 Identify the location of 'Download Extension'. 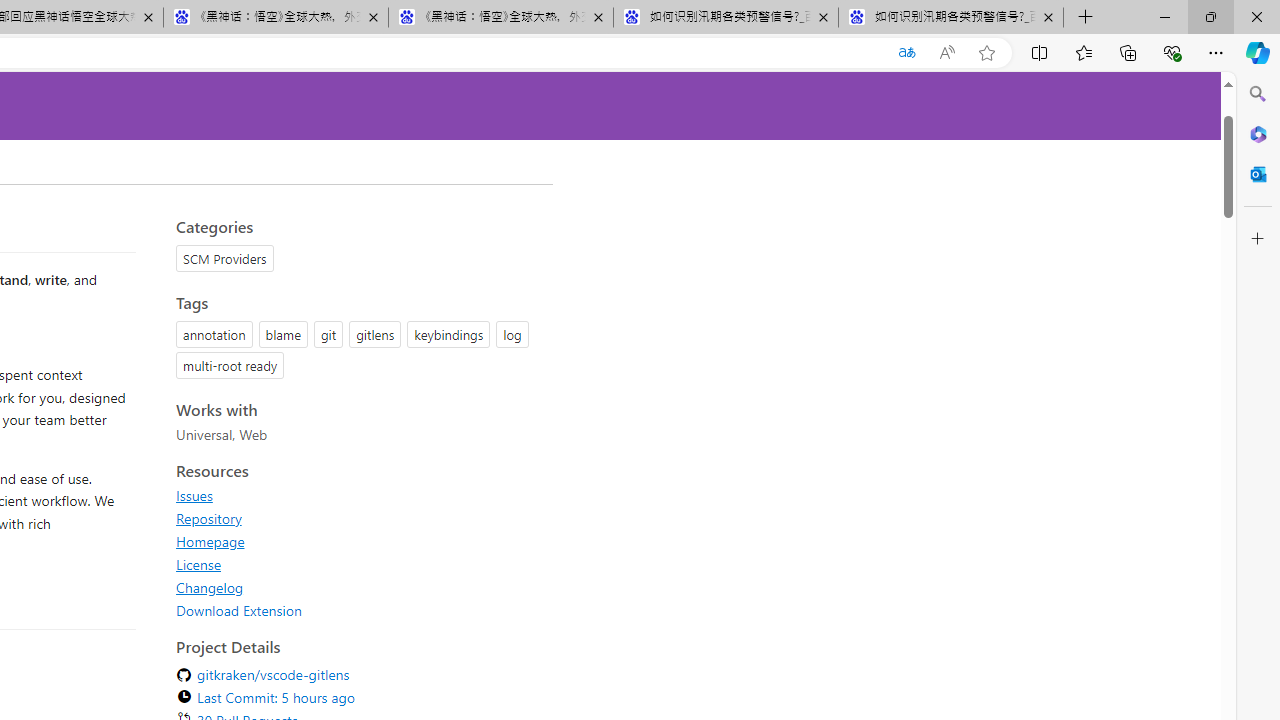
(239, 609).